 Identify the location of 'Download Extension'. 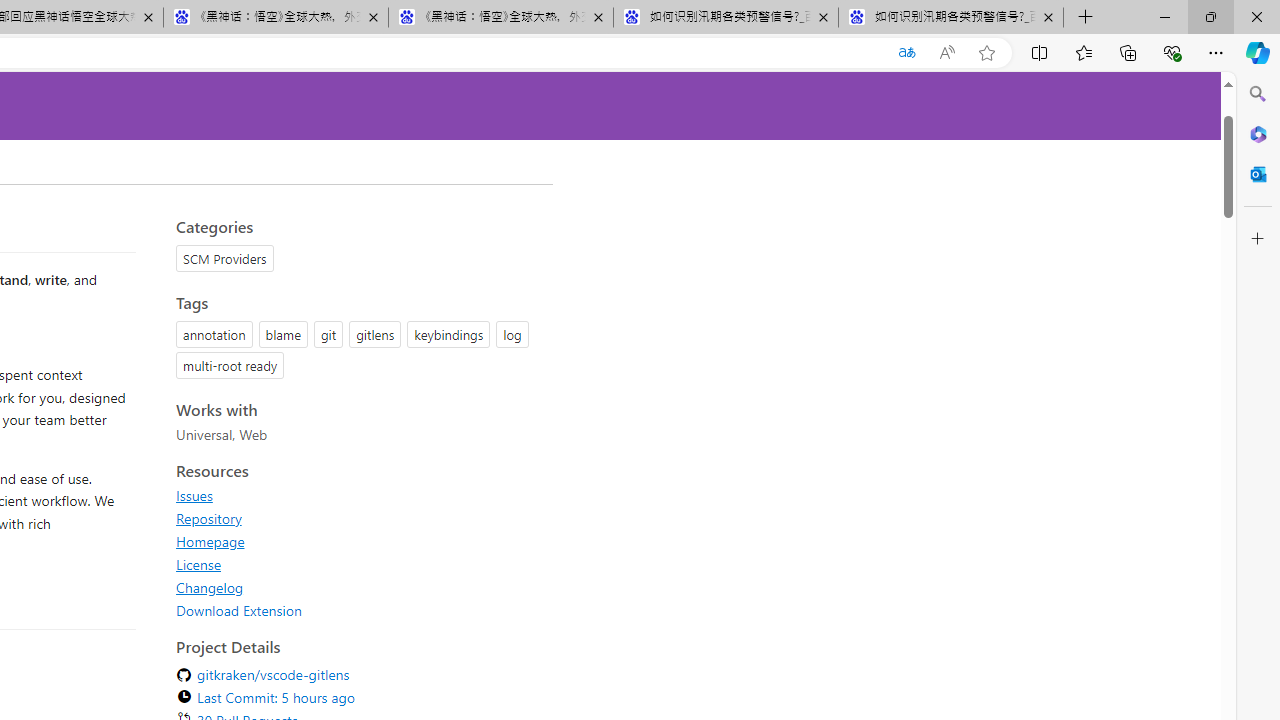
(239, 609).